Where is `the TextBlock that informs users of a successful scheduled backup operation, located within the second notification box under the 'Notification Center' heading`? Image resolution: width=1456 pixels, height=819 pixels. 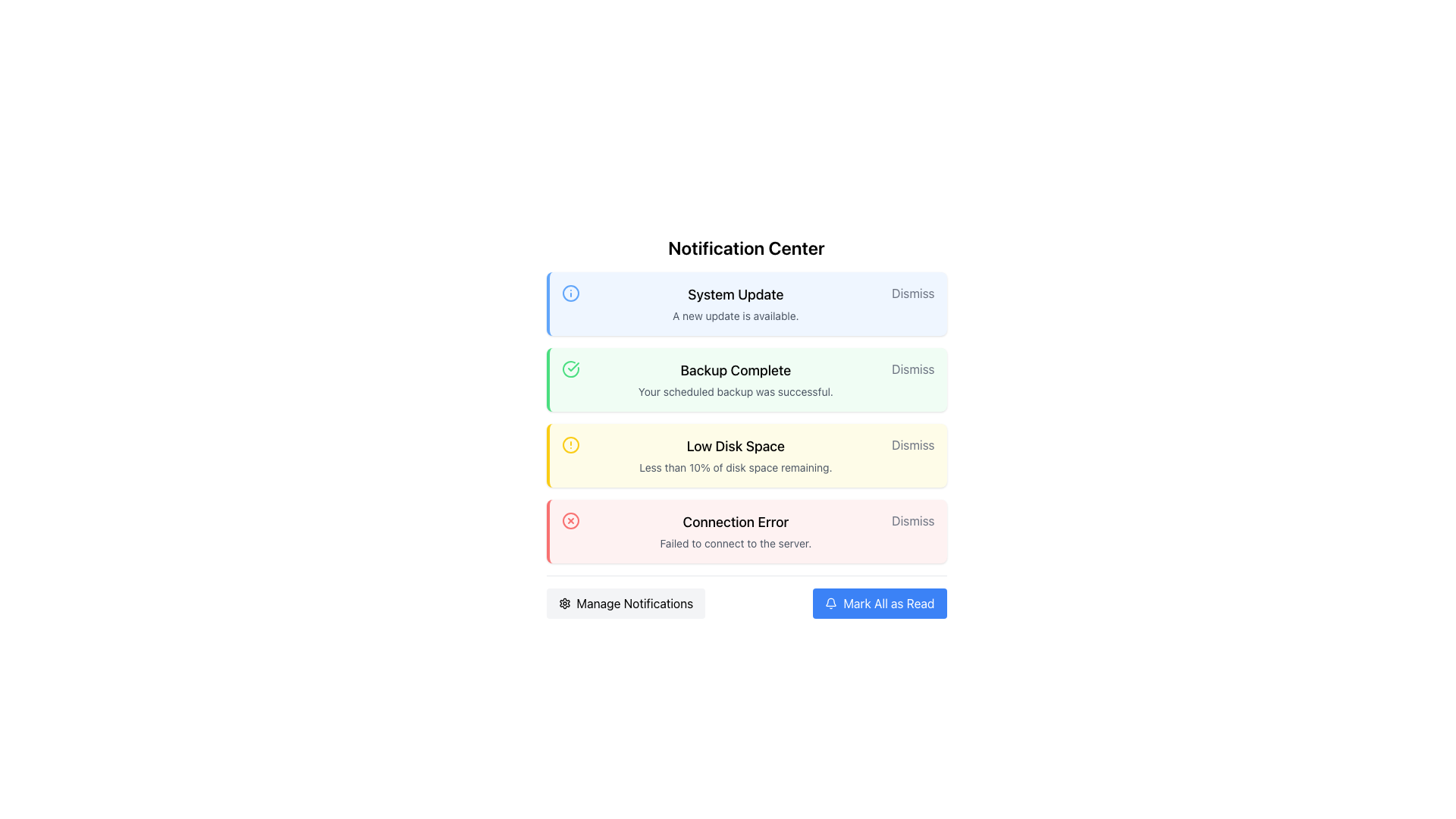
the TextBlock that informs users of a successful scheduled backup operation, located within the second notification box under the 'Notification Center' heading is located at coordinates (736, 379).